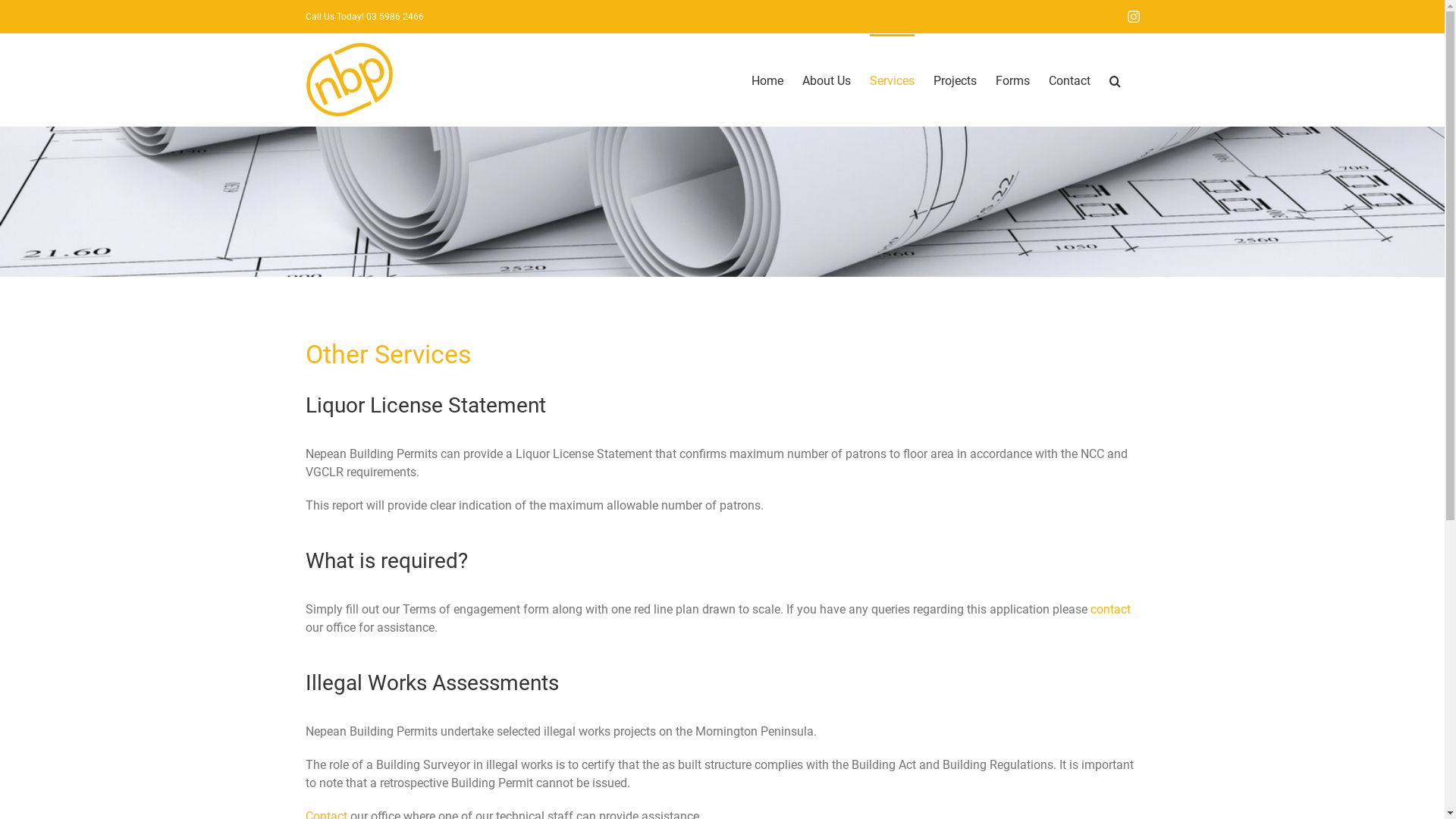 This screenshot has height=819, width=1456. What do you see at coordinates (891, 79) in the screenshot?
I see `'Services'` at bounding box center [891, 79].